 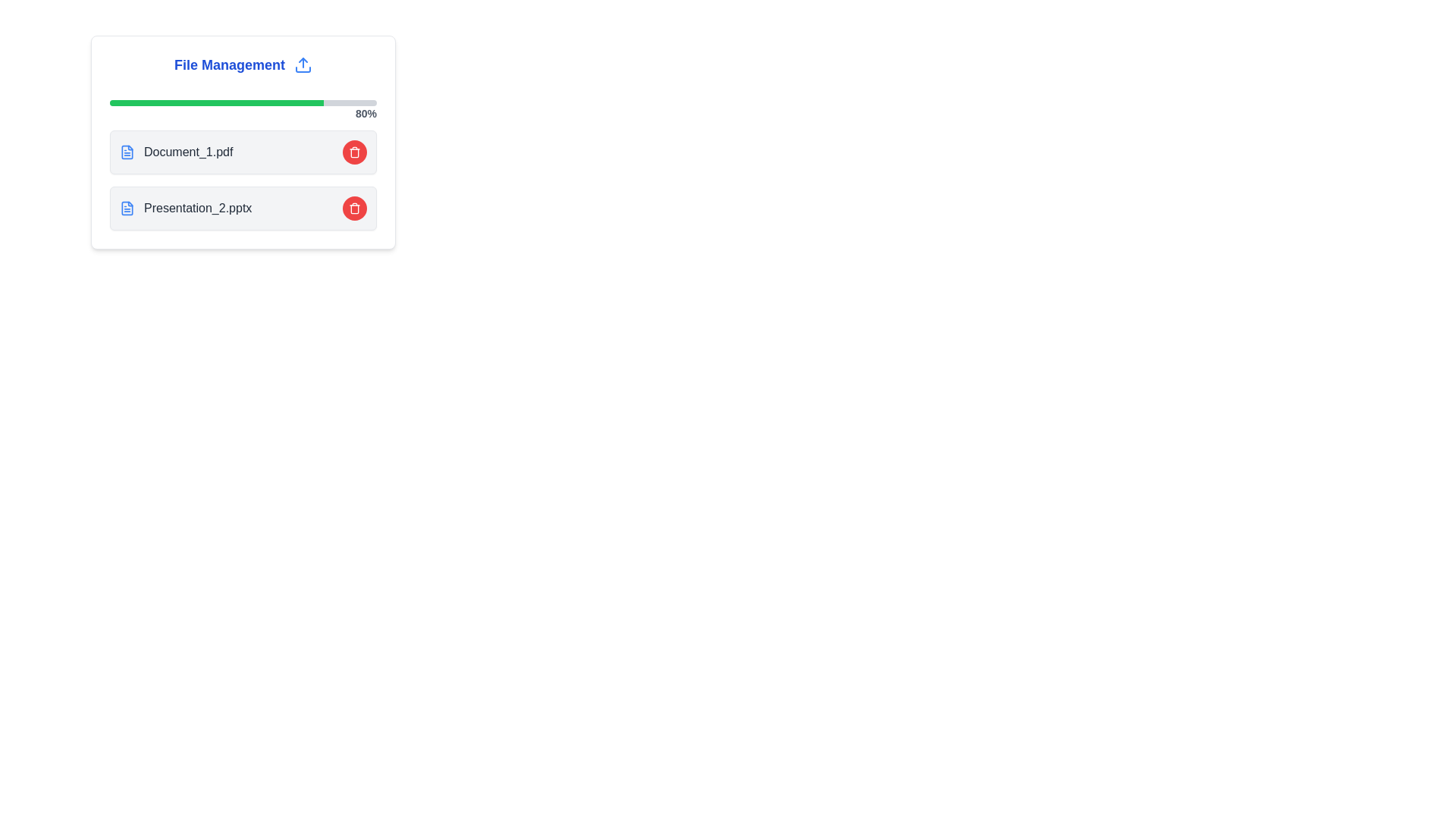 What do you see at coordinates (243, 64) in the screenshot?
I see `the 'File Management' text label with the upload icon` at bounding box center [243, 64].